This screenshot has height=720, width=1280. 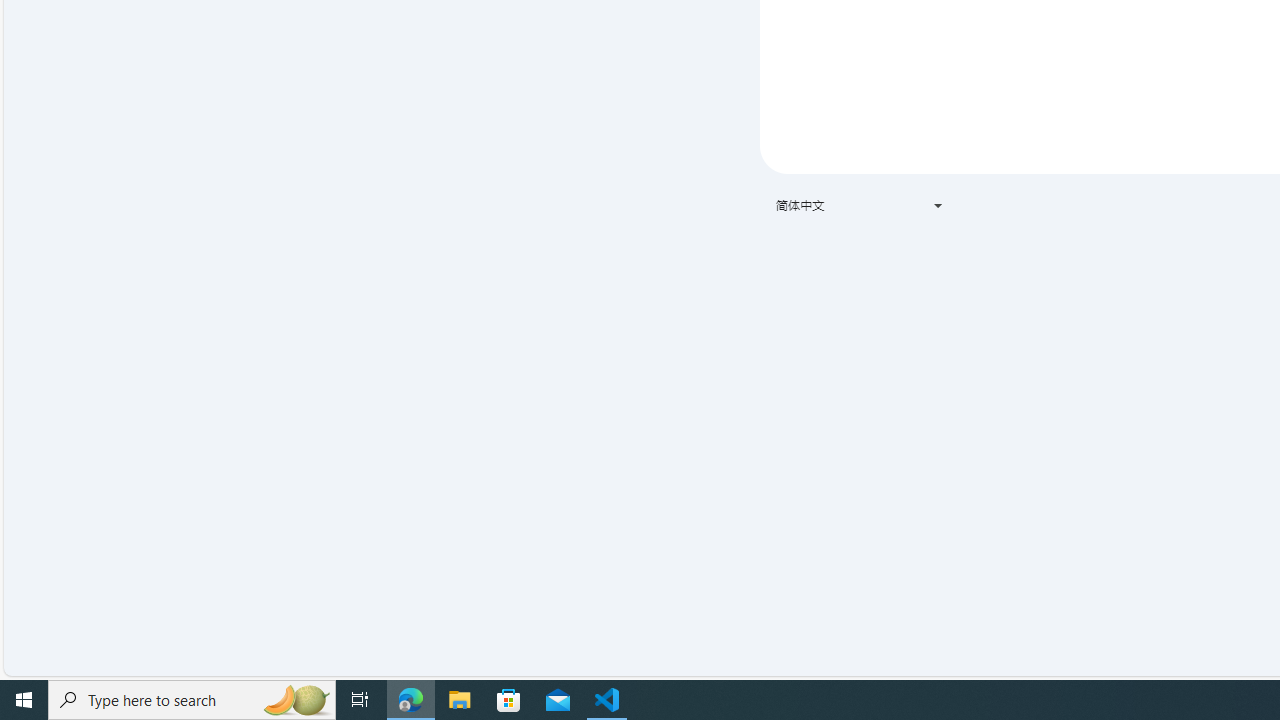 I want to click on 'Class: VfPpkd-t08AT-Bz112c-Bd00G', so click(x=937, y=205).